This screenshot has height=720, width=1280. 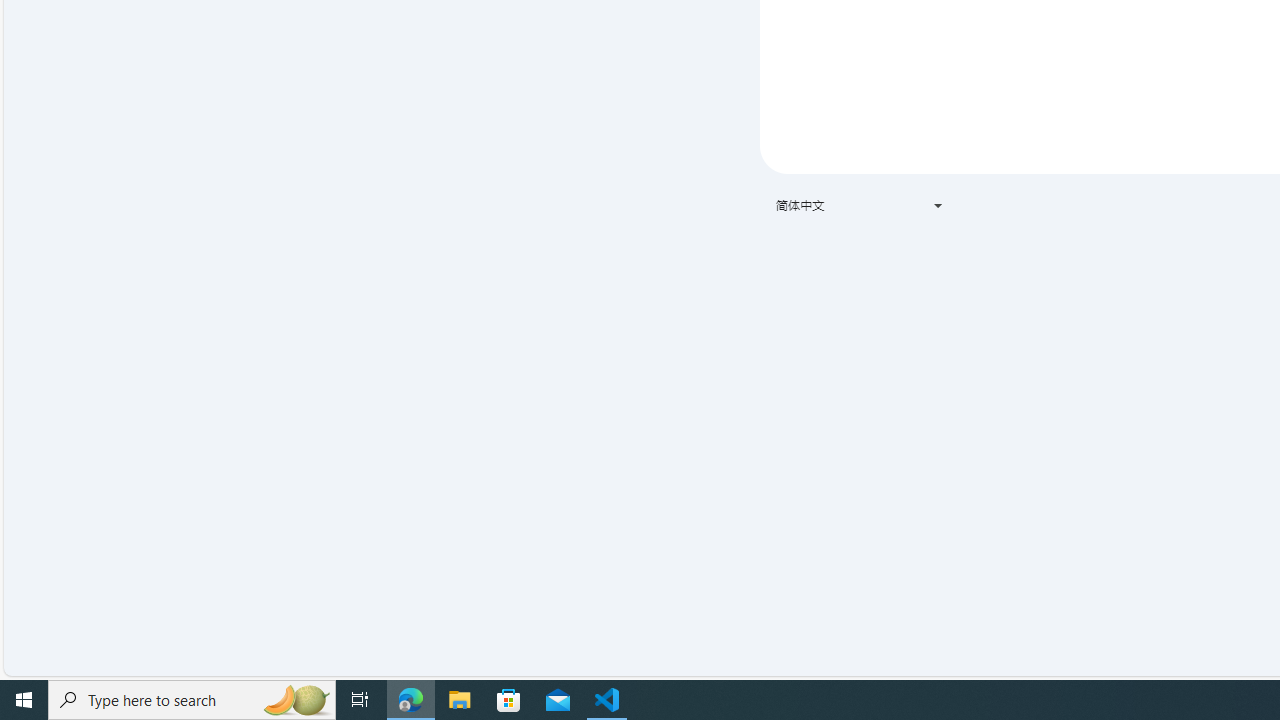 I want to click on 'Class: VfPpkd-t08AT-Bz112c-Bd00G', so click(x=937, y=205).